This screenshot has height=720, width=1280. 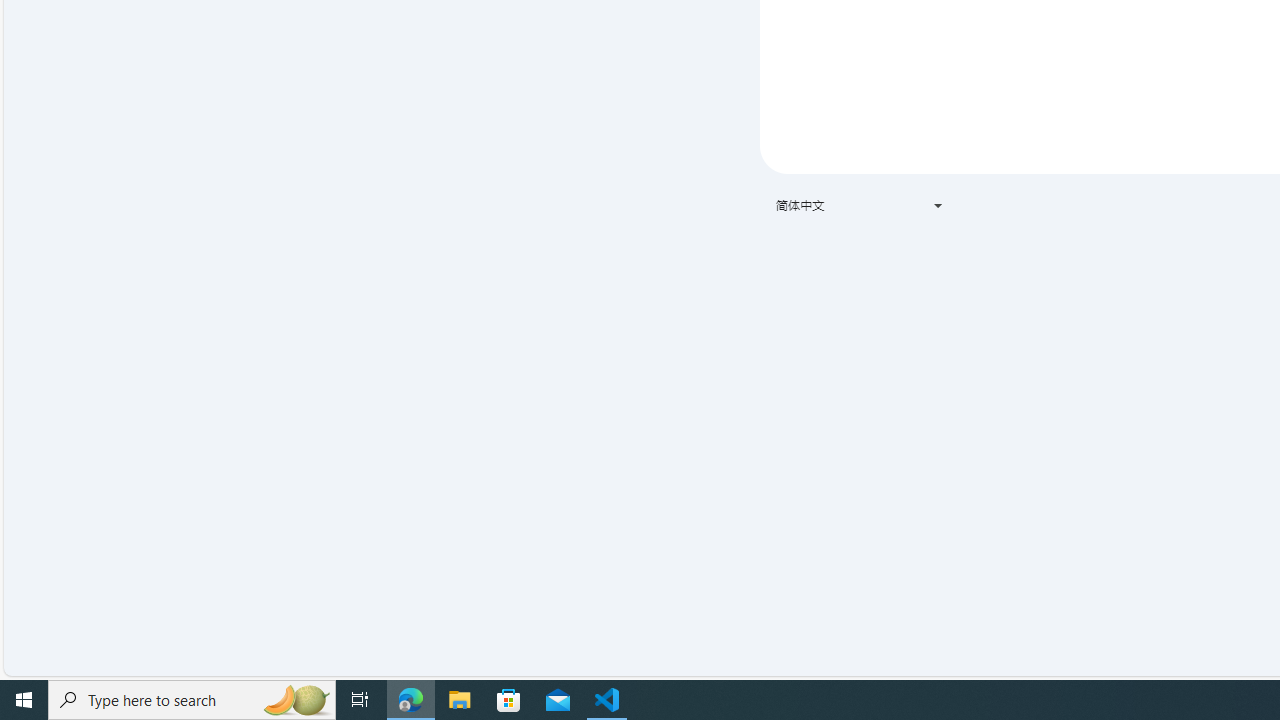 I want to click on 'Class: VfPpkd-t08AT-Bz112c-Bd00G', so click(x=937, y=205).